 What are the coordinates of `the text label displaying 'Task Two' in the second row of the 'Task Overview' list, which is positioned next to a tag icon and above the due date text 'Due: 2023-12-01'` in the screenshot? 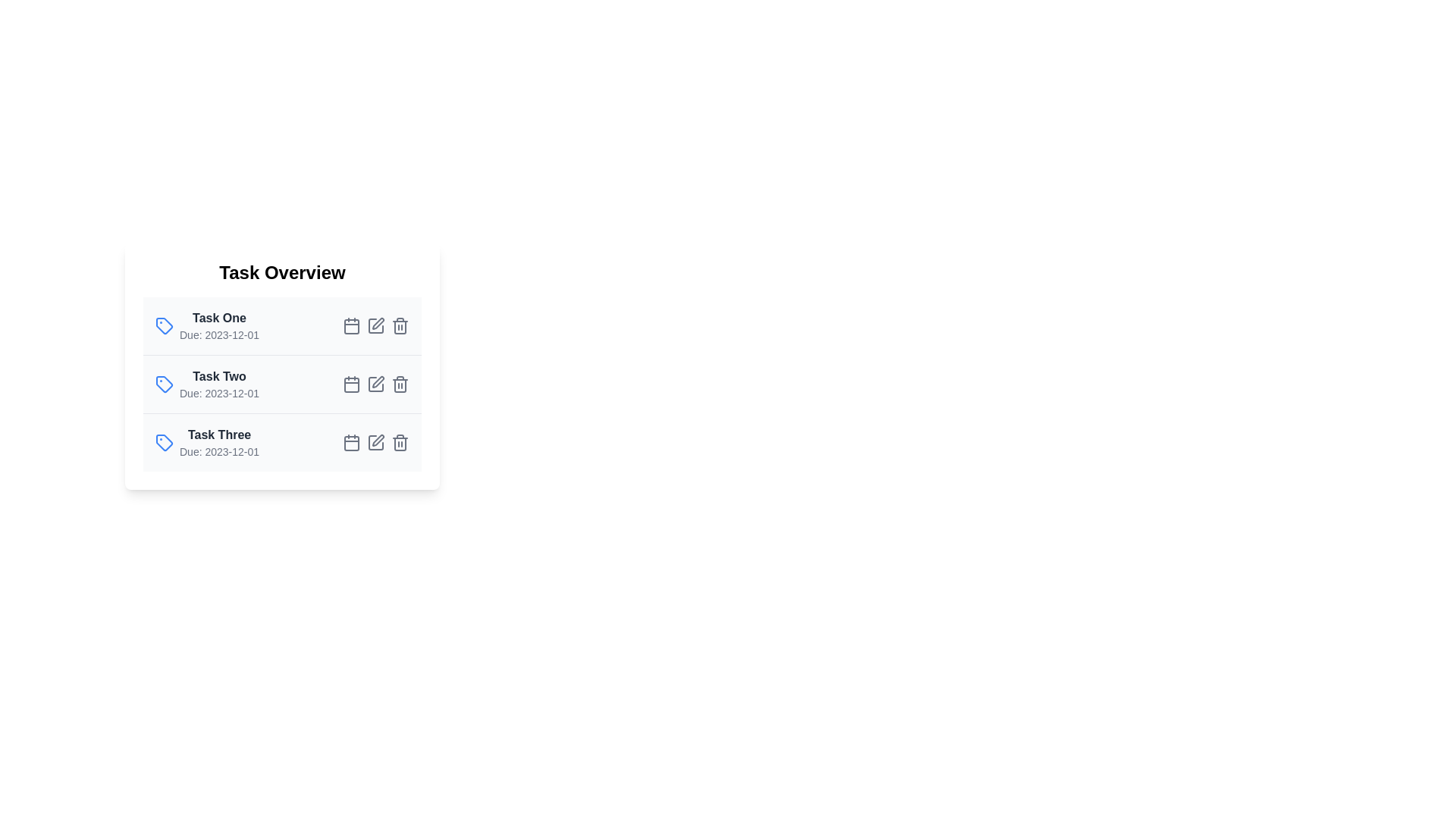 It's located at (218, 376).